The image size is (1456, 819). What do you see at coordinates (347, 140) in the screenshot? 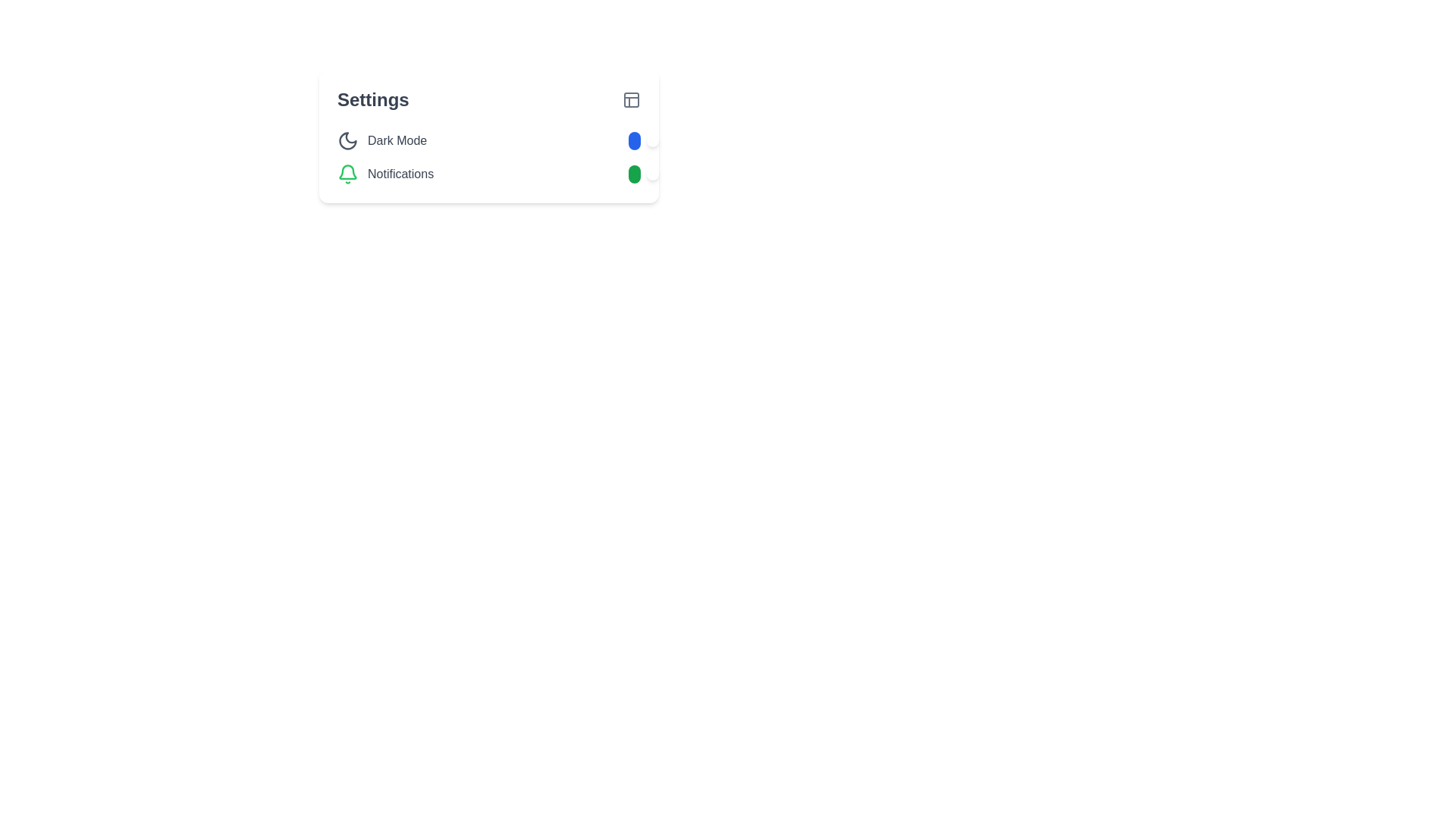
I see `the moon-shaped icon, which is dark gray and located in the settings panel under the 'Dark Mode' label` at bounding box center [347, 140].